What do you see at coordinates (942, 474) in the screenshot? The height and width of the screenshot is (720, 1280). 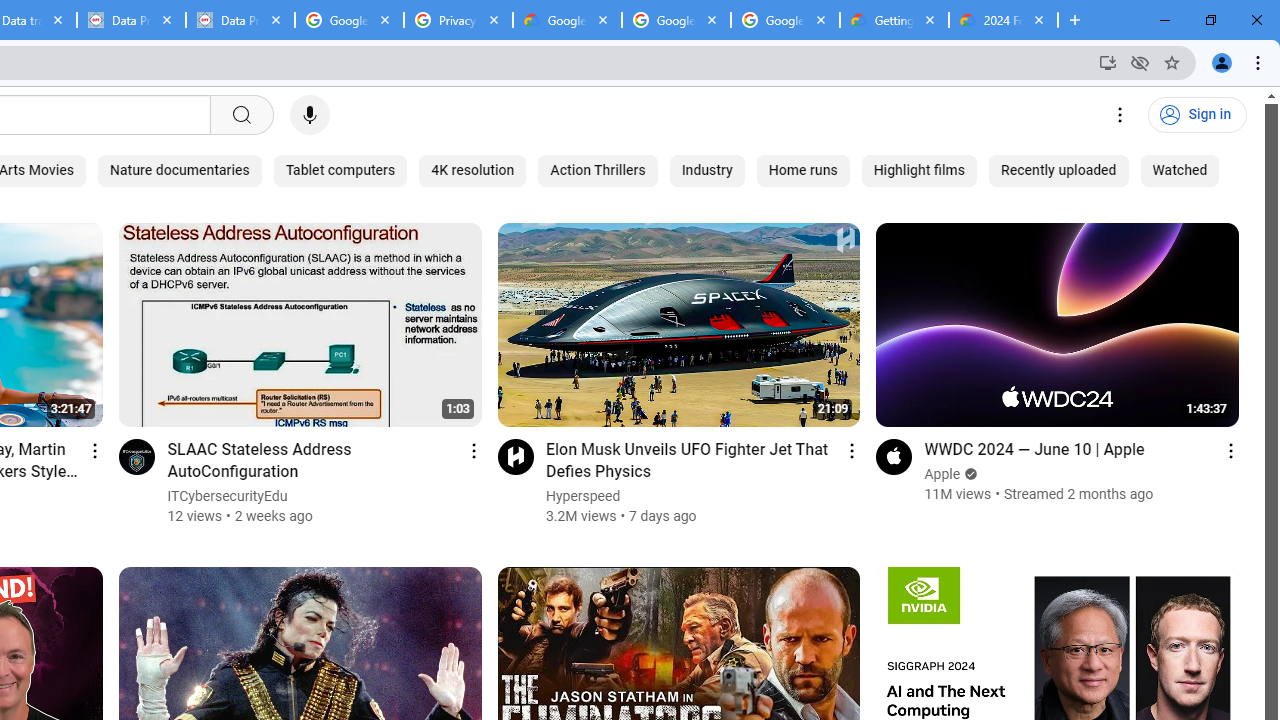 I see `'Apple'` at bounding box center [942, 474].